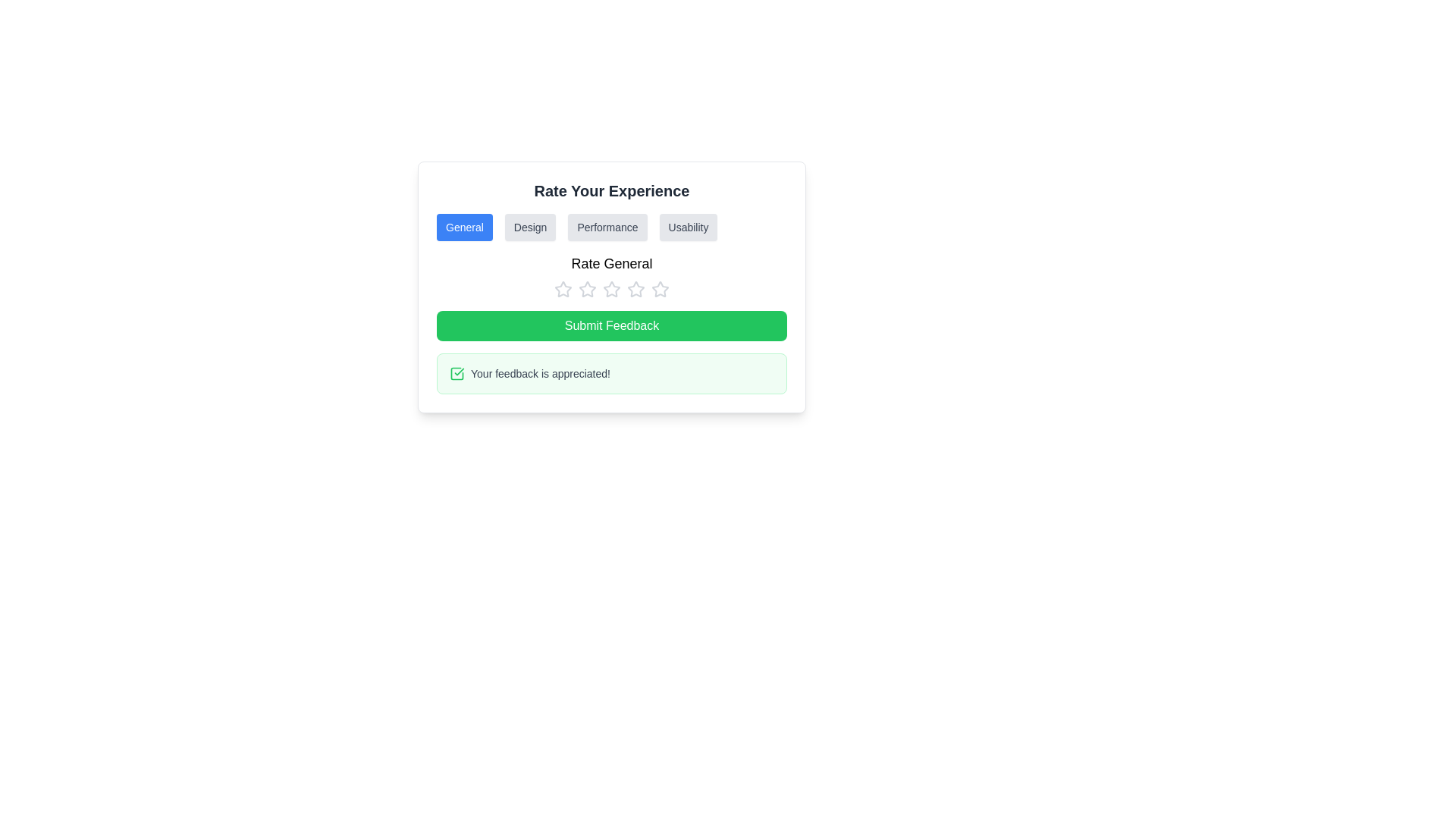 This screenshot has width=1456, height=819. What do you see at coordinates (611, 289) in the screenshot?
I see `the third rating star in the 'Rate General' panel` at bounding box center [611, 289].